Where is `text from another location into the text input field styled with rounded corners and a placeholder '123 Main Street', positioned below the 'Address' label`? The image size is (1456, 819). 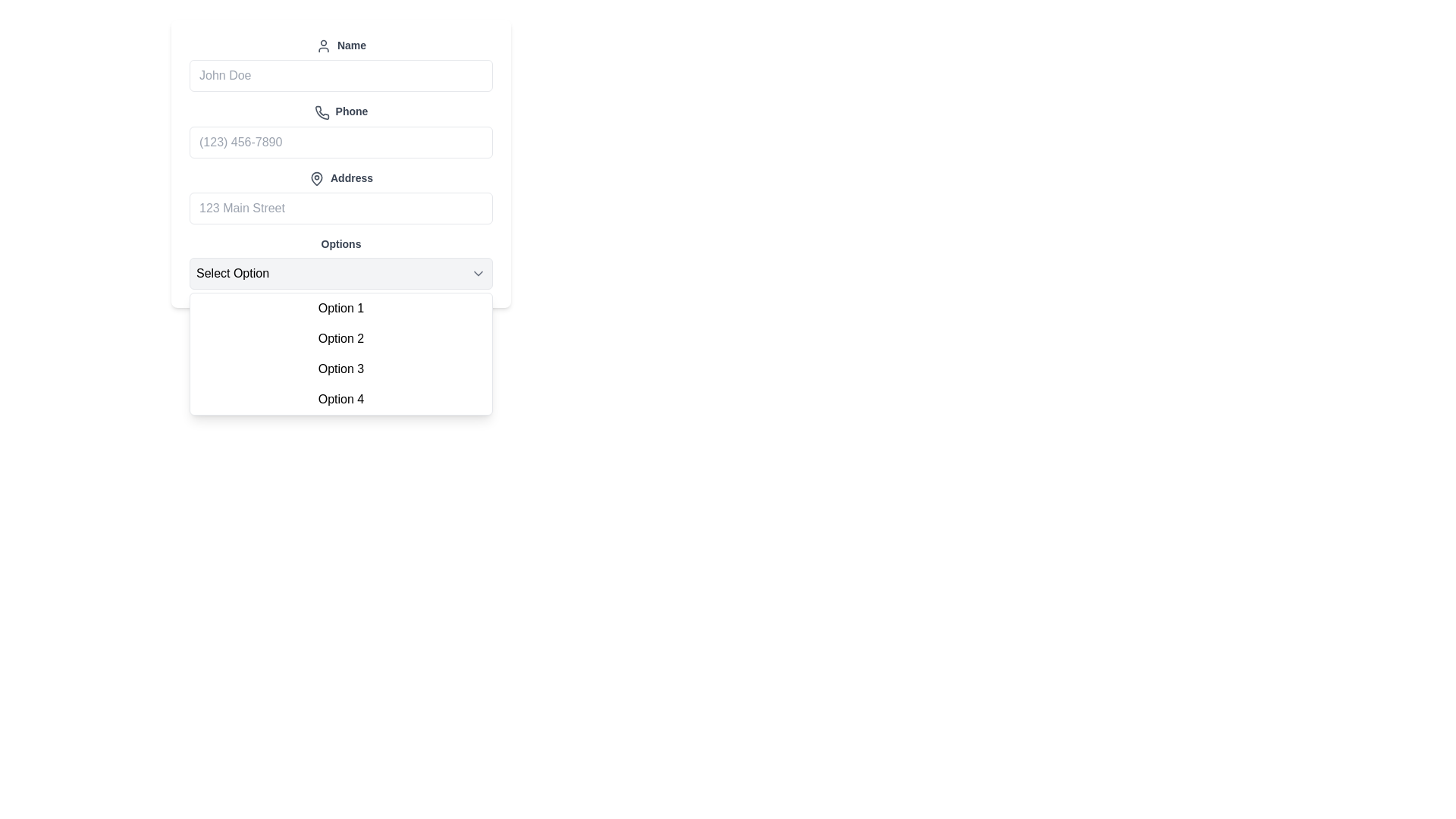
text from another location into the text input field styled with rounded corners and a placeholder '123 Main Street', positioned below the 'Address' label is located at coordinates (340, 208).